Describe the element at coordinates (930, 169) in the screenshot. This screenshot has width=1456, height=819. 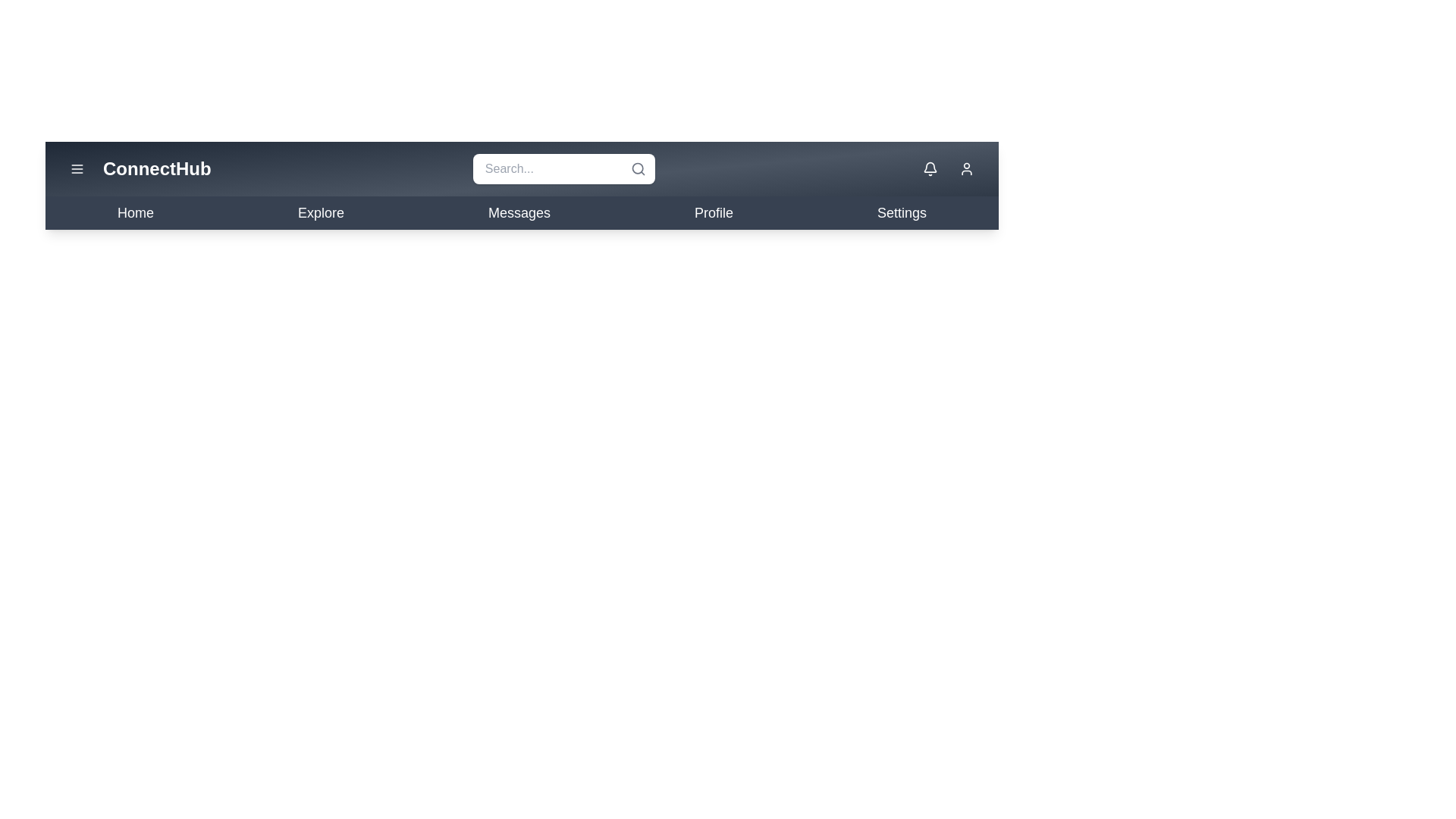
I see `the bell icon to interact with notifications` at that location.